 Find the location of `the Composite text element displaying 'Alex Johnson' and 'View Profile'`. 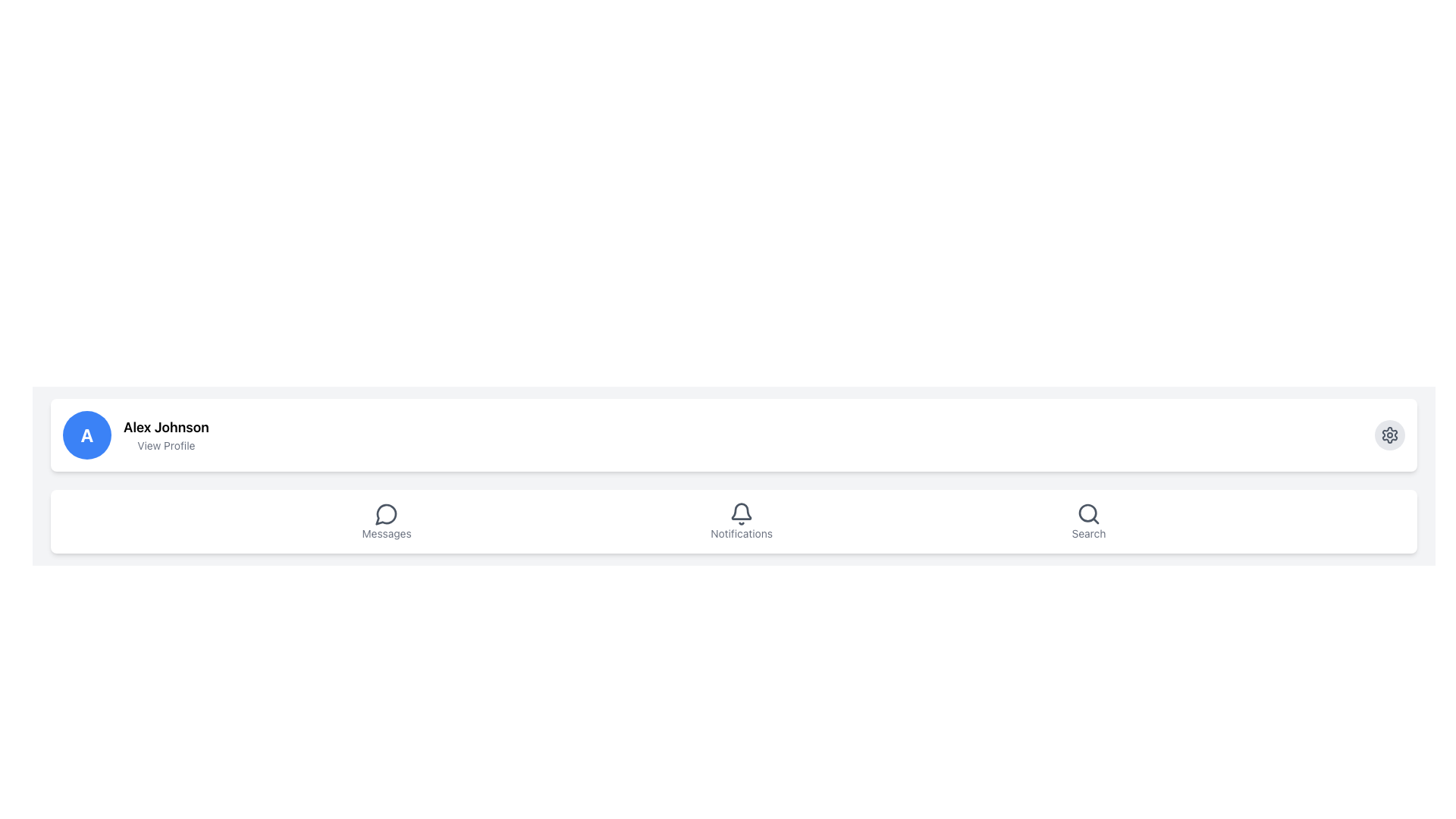

the Composite text element displaying 'Alex Johnson' and 'View Profile' is located at coordinates (166, 435).